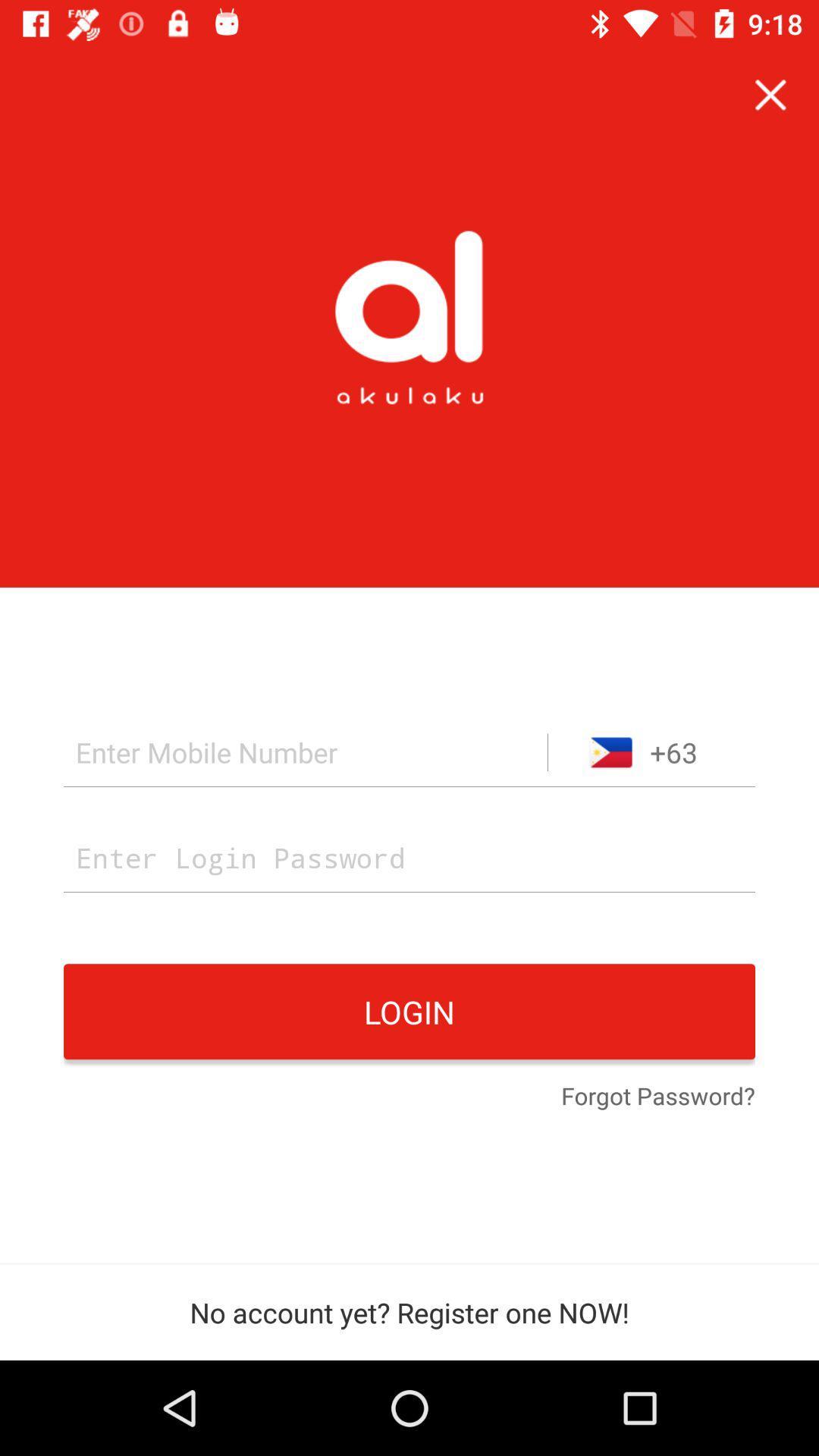 This screenshot has width=819, height=1456. I want to click on login icon, so click(409, 1012).